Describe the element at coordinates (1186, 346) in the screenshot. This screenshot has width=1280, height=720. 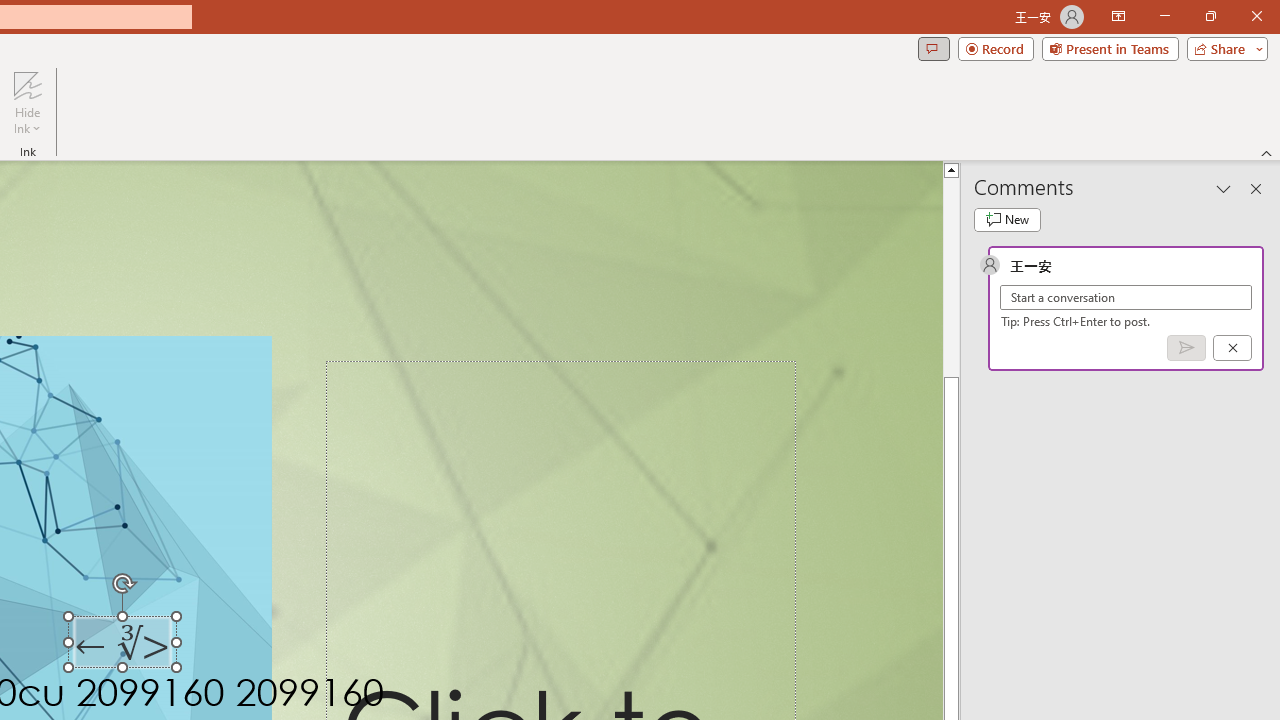
I see `'Post comment (Ctrl + Enter)'` at that location.